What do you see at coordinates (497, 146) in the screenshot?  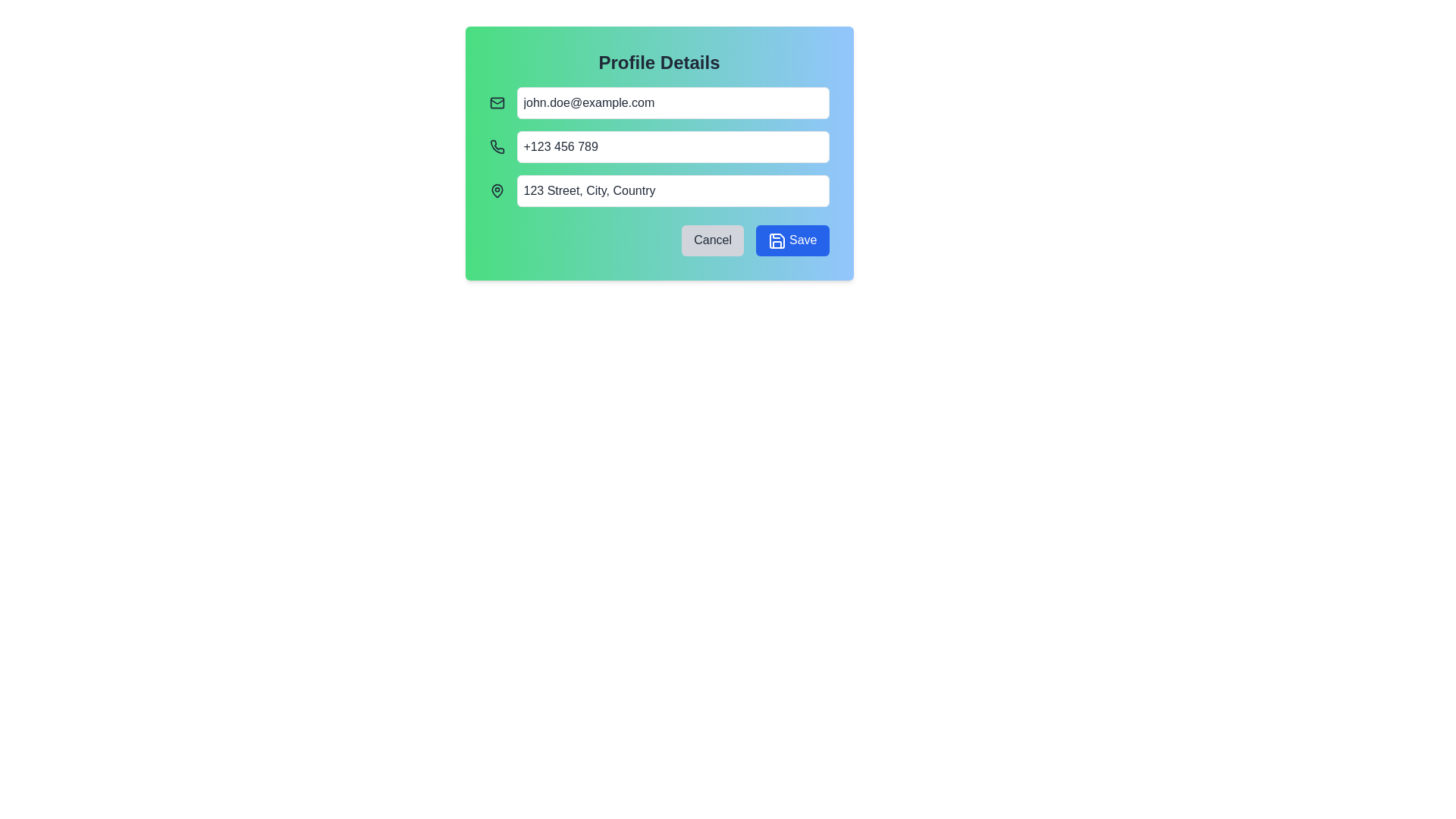 I see `the black outline telephone handset icon located beside the phone number text field in the middle row of the form` at bounding box center [497, 146].